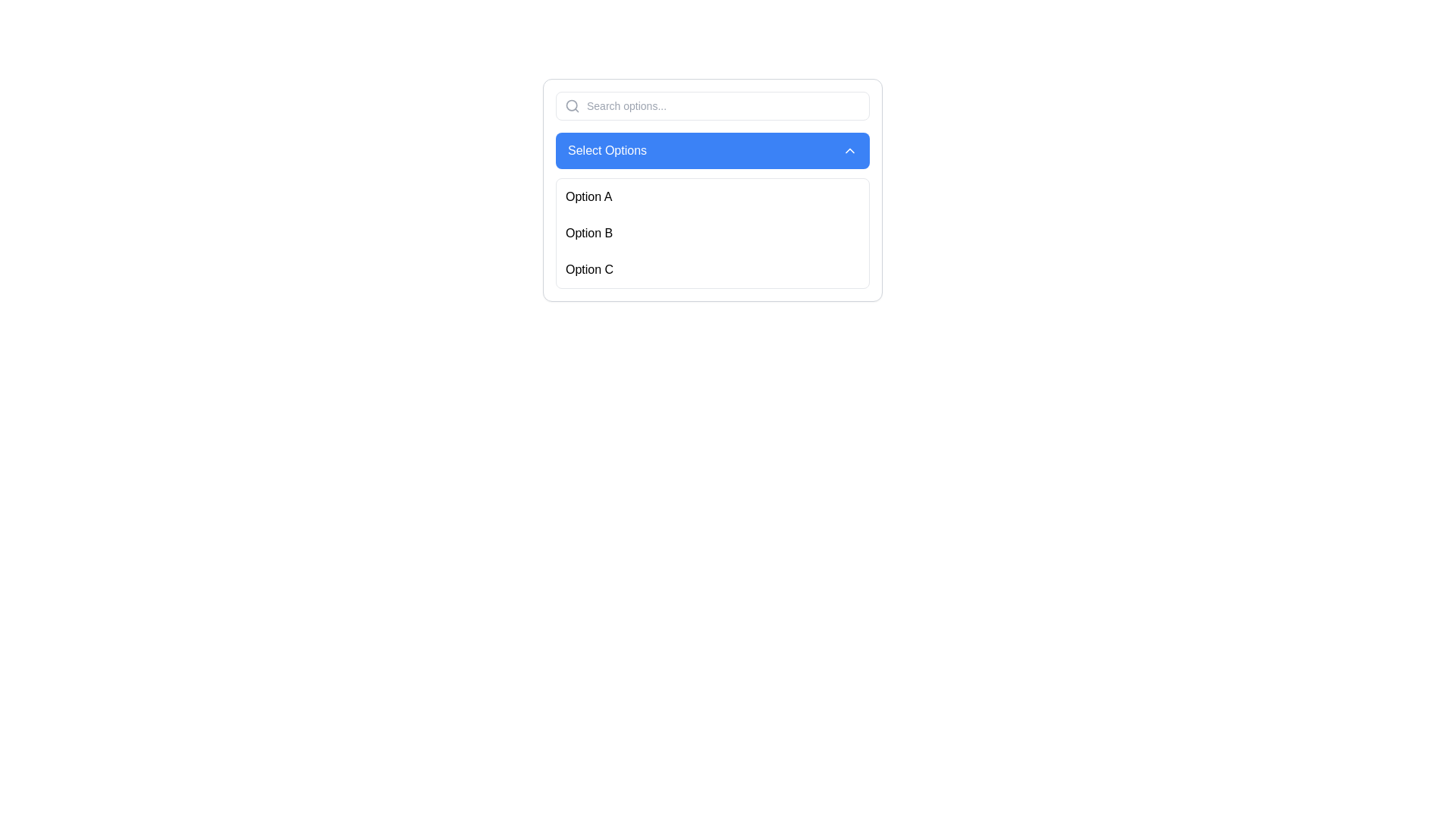 This screenshot has height=819, width=1456. What do you see at coordinates (712, 268) in the screenshot?
I see `the List item displaying 'Option C'` at bounding box center [712, 268].